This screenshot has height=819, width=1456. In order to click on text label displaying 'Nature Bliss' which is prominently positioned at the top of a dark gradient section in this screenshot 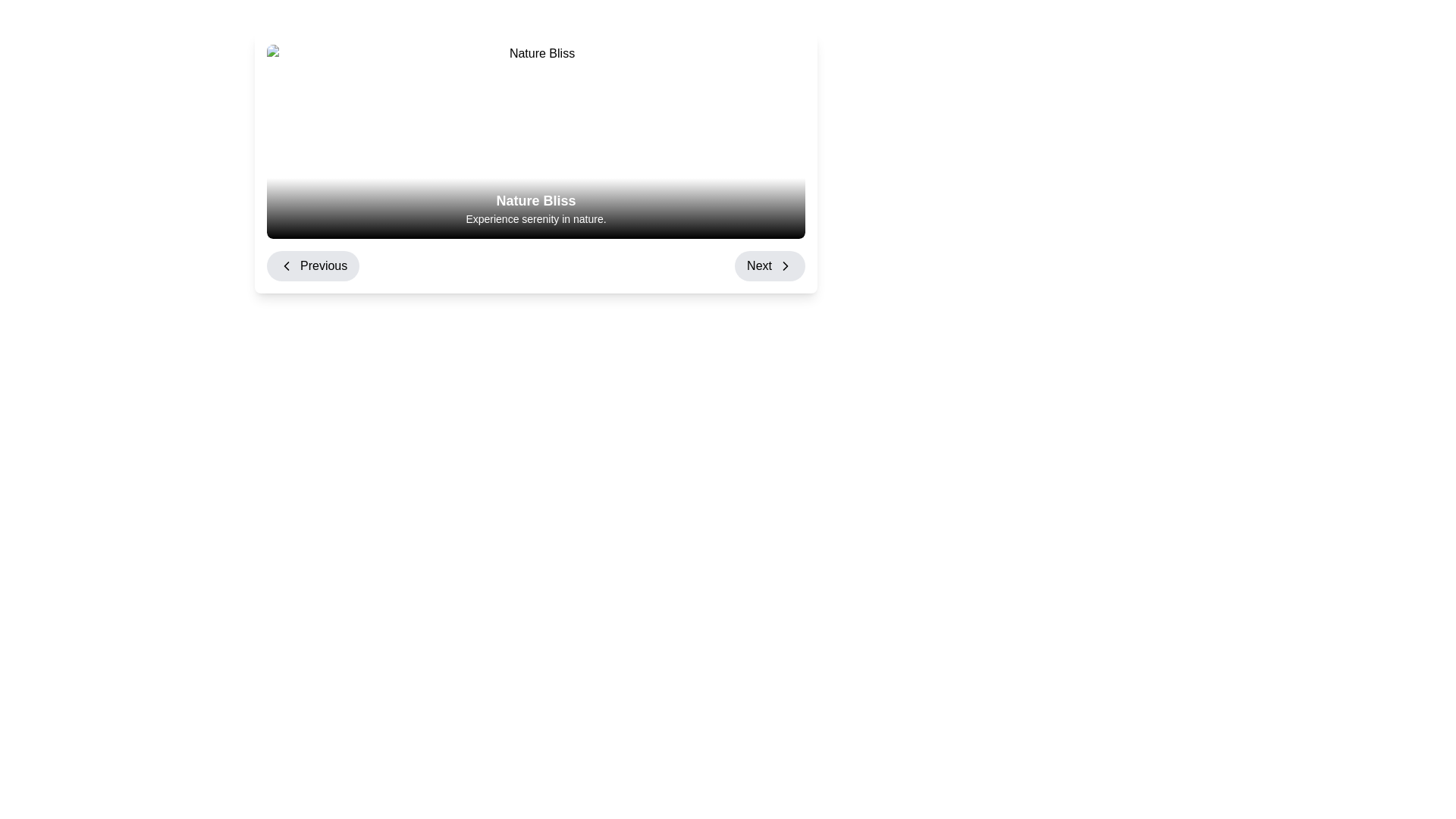, I will do `click(535, 200)`.